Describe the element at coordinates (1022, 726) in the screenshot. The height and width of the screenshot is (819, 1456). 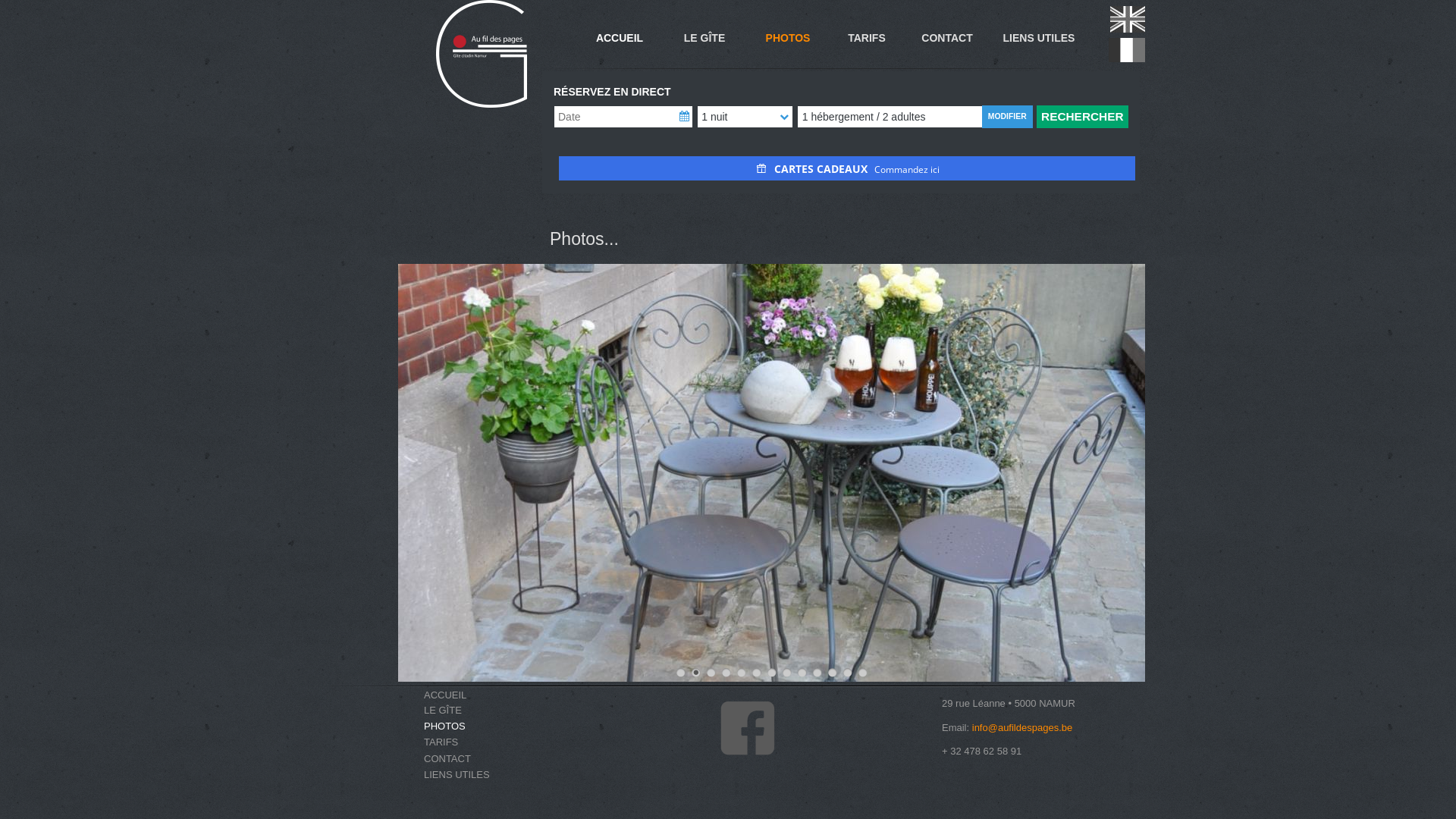
I see `'info@aufildespages.be'` at that location.